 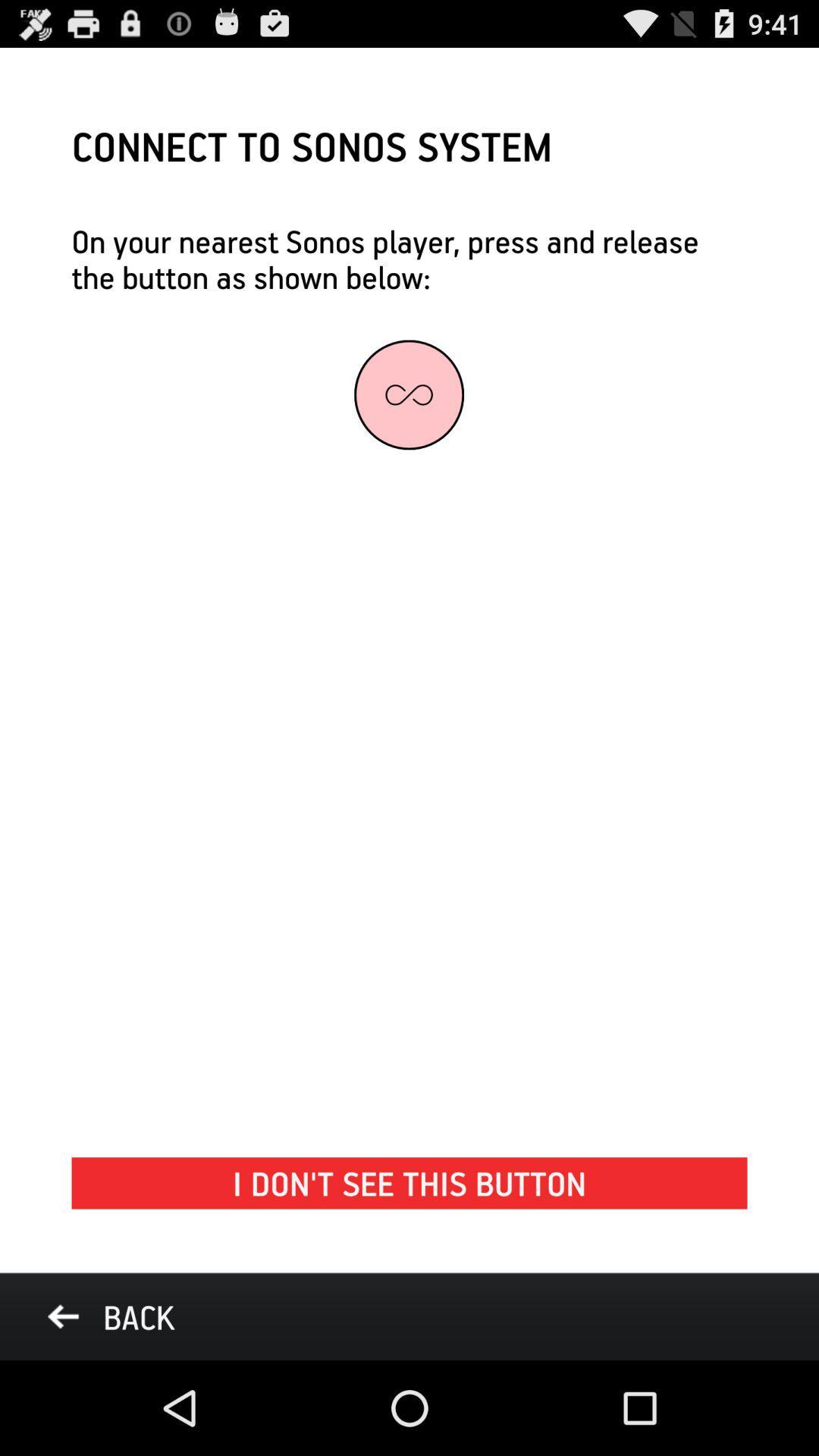 I want to click on icon above back item, so click(x=409, y=1182).